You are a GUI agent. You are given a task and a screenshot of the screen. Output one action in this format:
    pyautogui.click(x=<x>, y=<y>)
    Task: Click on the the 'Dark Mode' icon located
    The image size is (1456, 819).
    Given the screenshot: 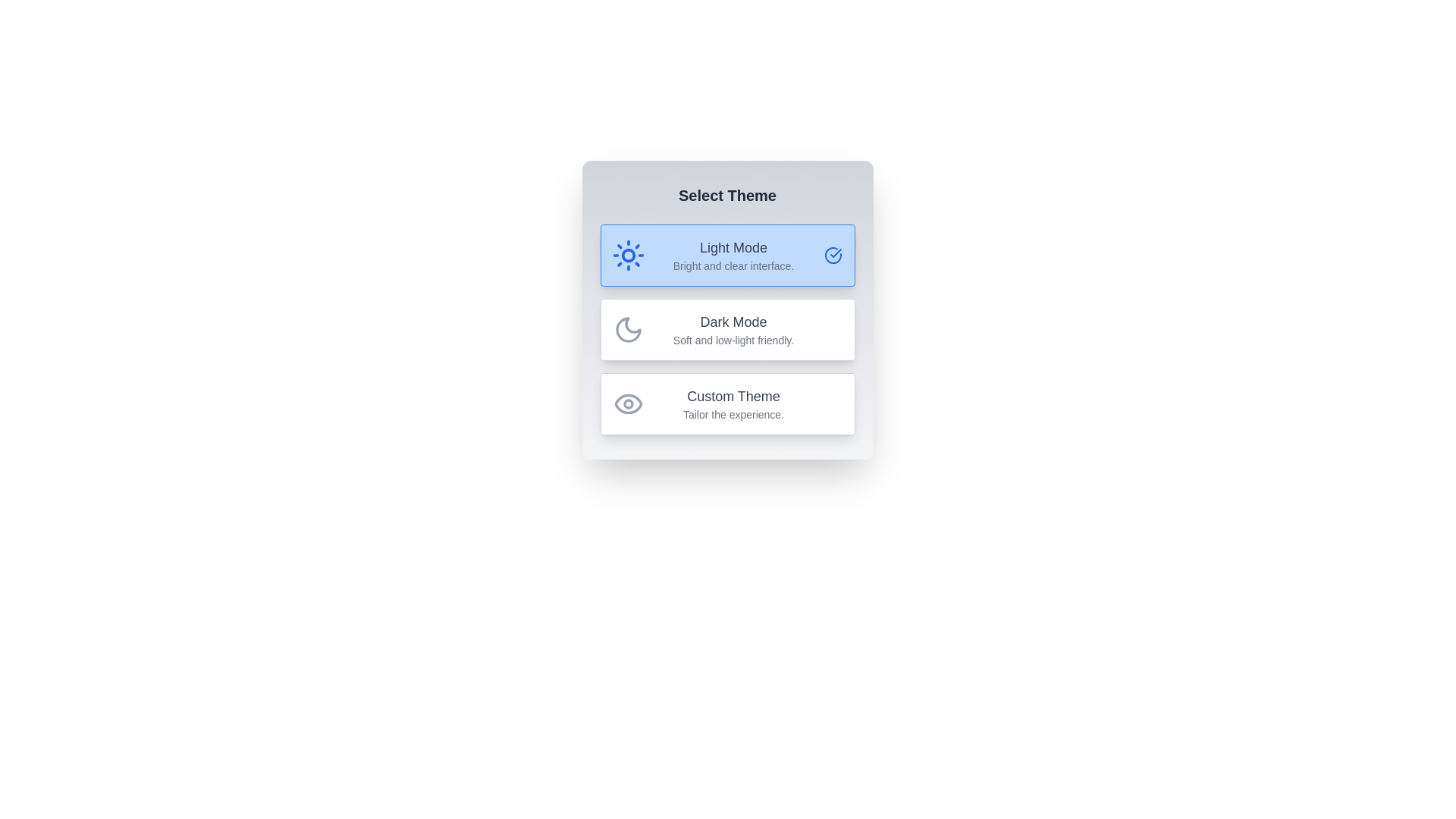 What is the action you would take?
    pyautogui.click(x=628, y=329)
    